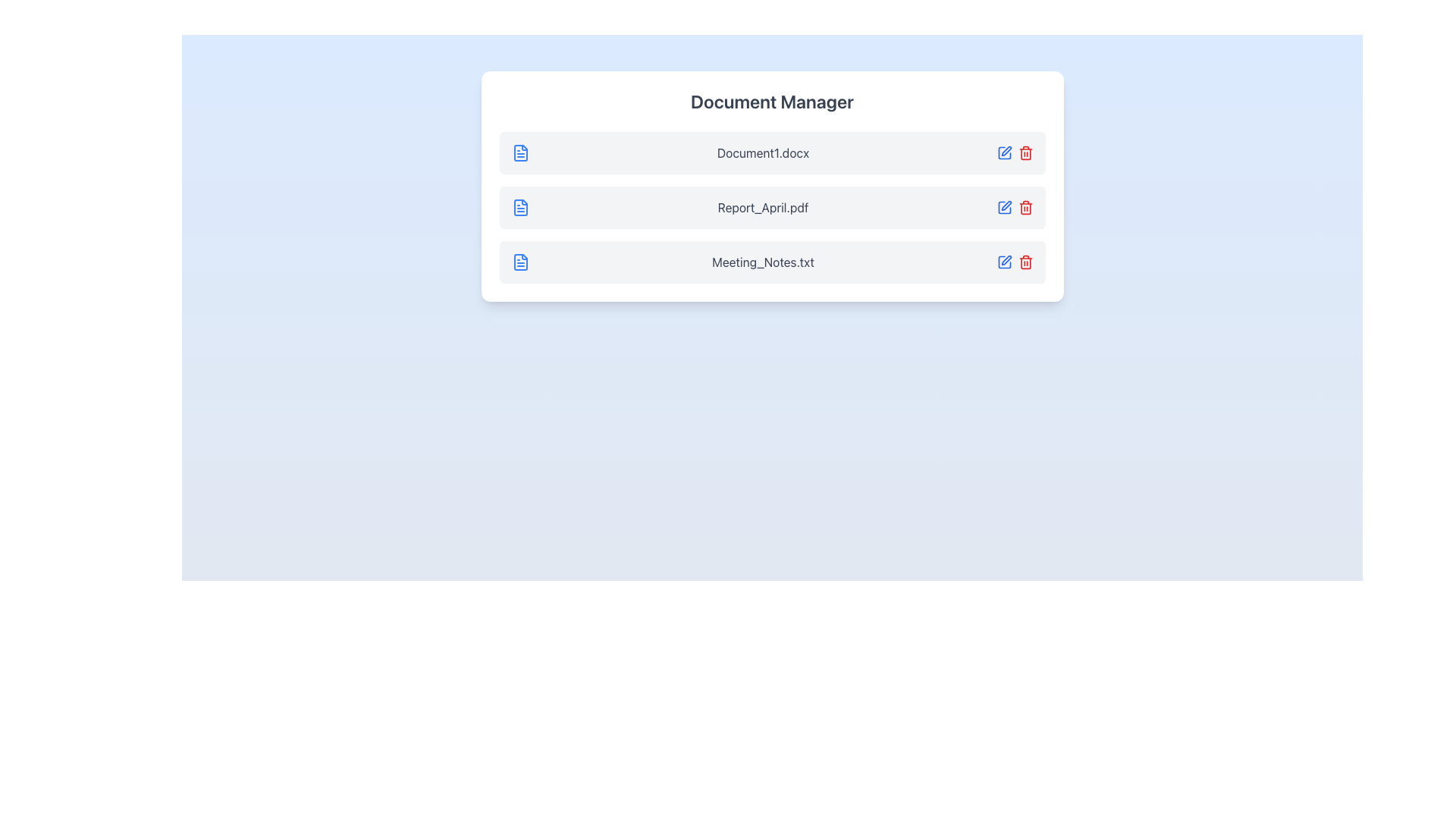 This screenshot has height=819, width=1456. What do you see at coordinates (763, 152) in the screenshot?
I see `the text label that identifies the name of a file within the 'Document Manager' section` at bounding box center [763, 152].